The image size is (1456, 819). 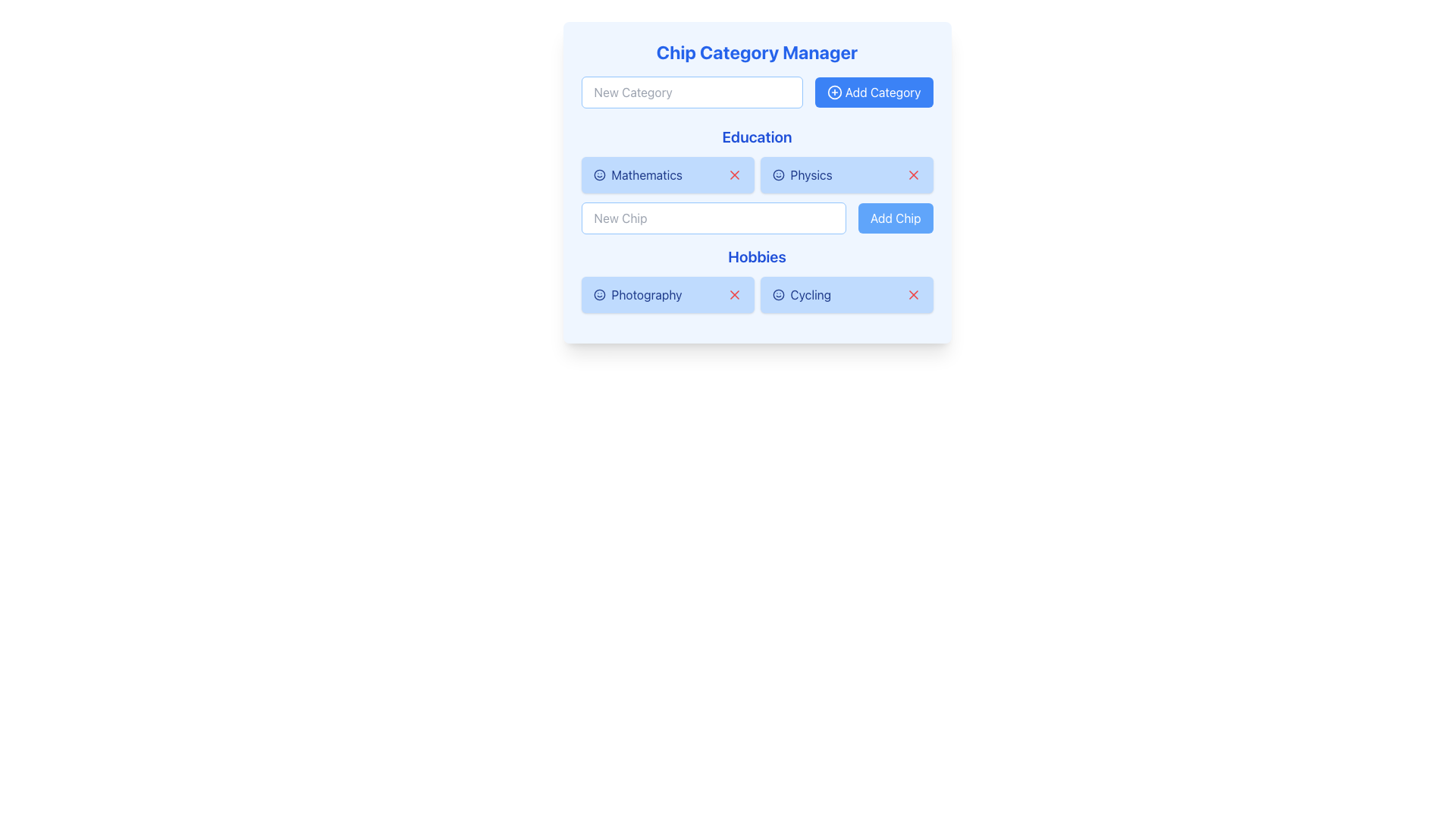 What do you see at coordinates (734, 295) in the screenshot?
I see `the delete icon button located next to the 'Photography' chip in the 'Hobbies' section` at bounding box center [734, 295].